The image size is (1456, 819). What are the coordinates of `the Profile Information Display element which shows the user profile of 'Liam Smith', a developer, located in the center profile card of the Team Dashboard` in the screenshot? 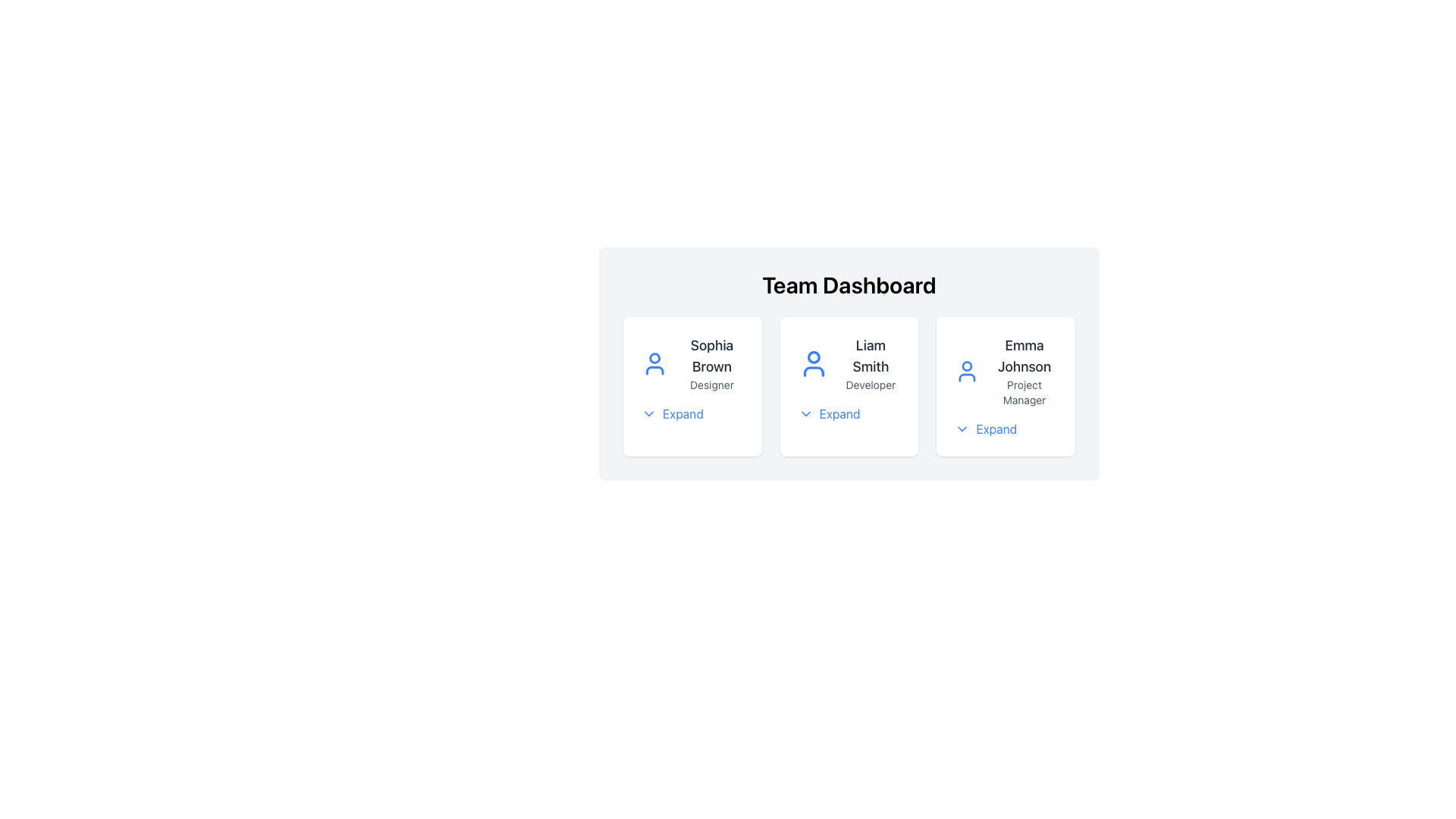 It's located at (848, 363).